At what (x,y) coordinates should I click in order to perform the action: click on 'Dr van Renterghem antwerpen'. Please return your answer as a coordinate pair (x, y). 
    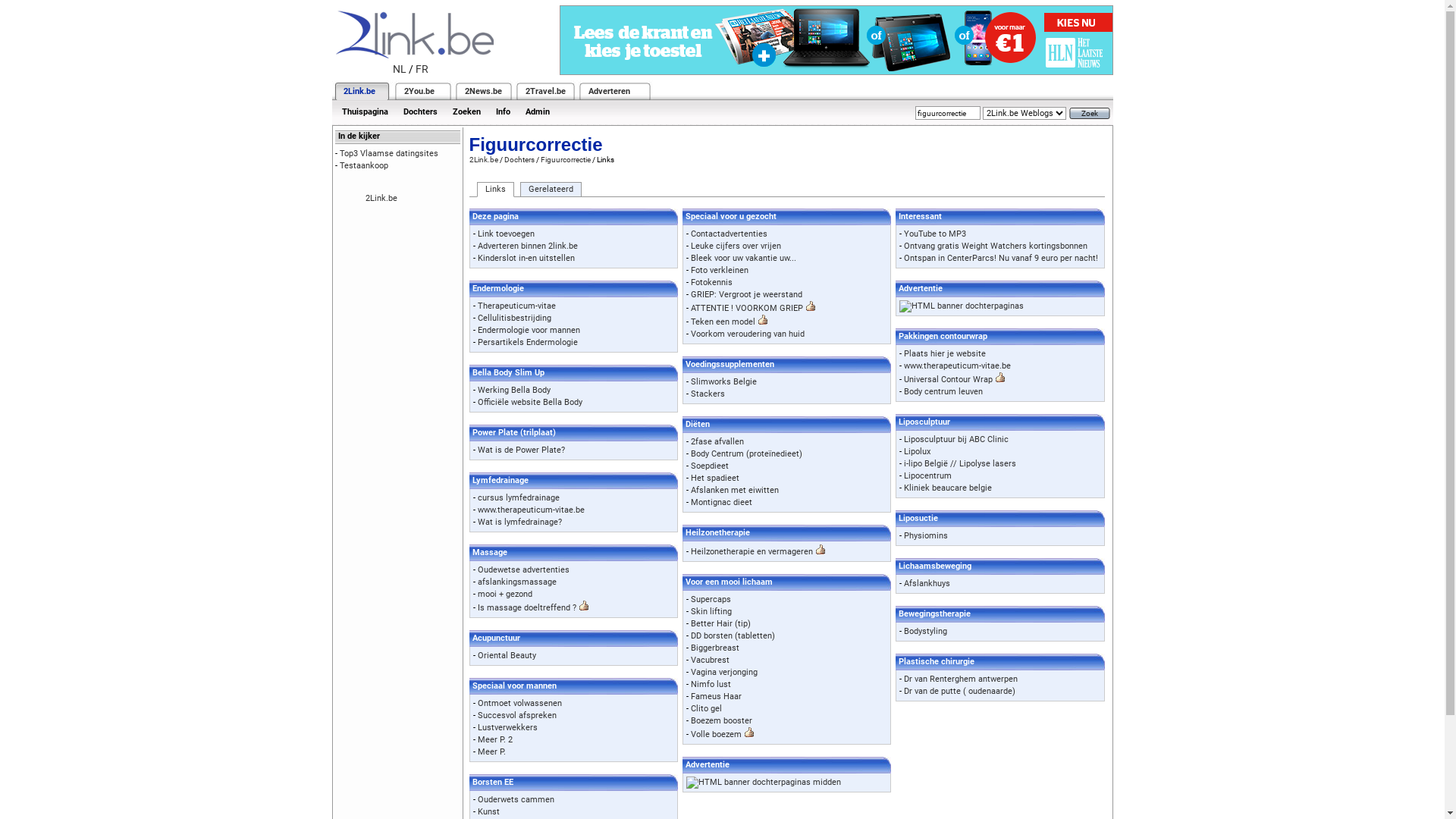
    Looking at the image, I should click on (903, 678).